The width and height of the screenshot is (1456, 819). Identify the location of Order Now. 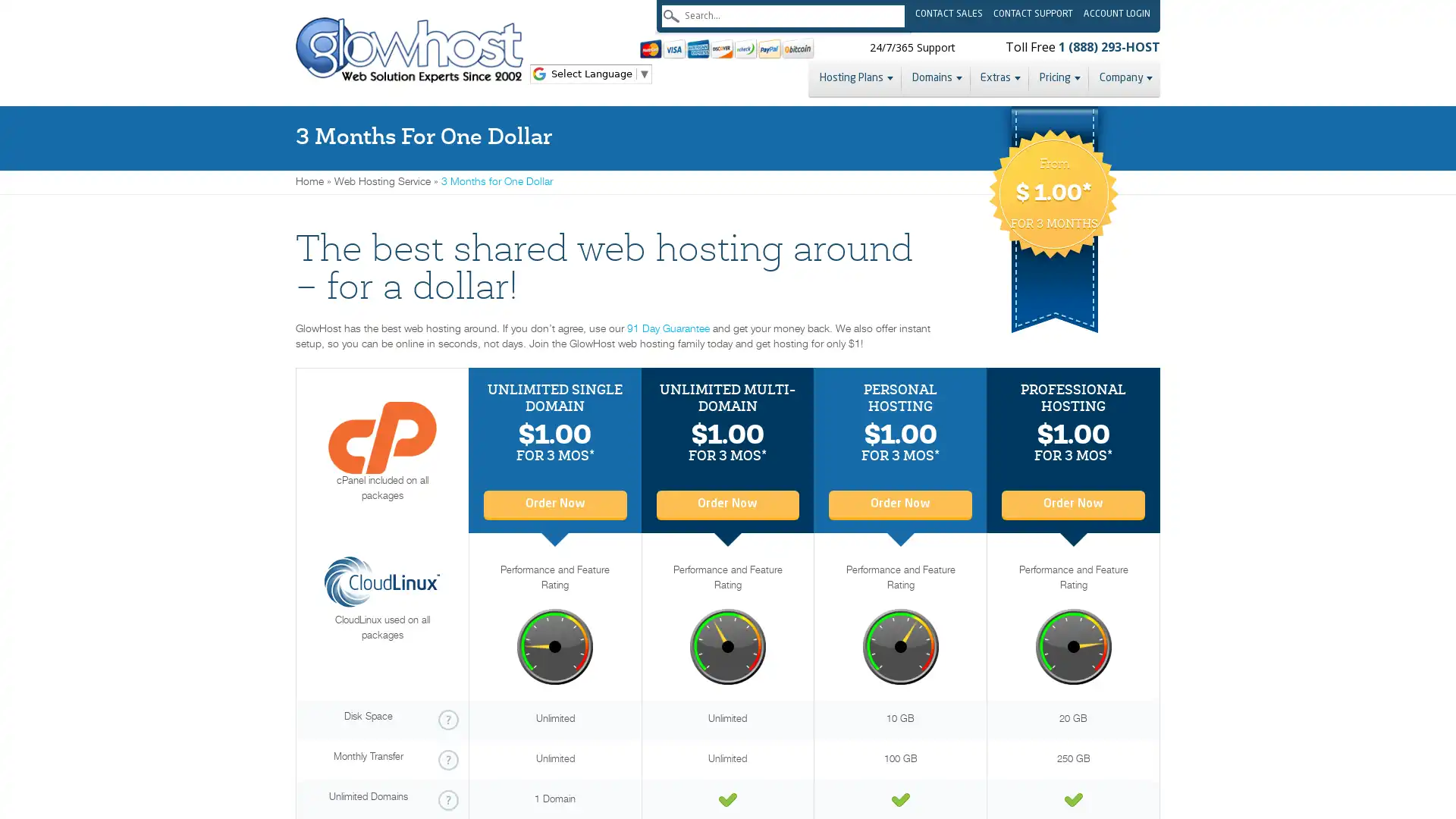
(900, 503).